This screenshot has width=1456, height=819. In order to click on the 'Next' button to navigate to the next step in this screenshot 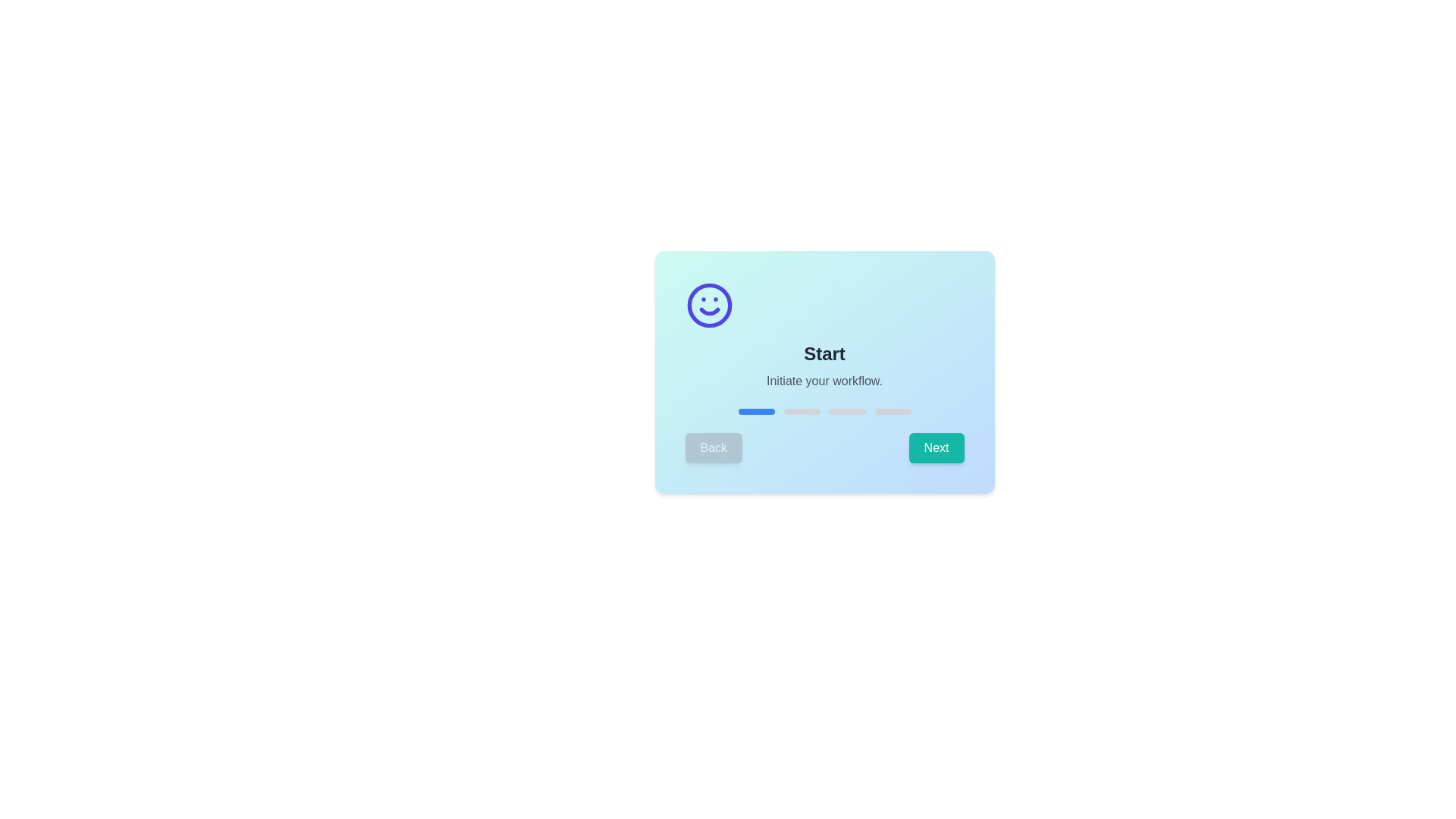, I will do `click(935, 447)`.